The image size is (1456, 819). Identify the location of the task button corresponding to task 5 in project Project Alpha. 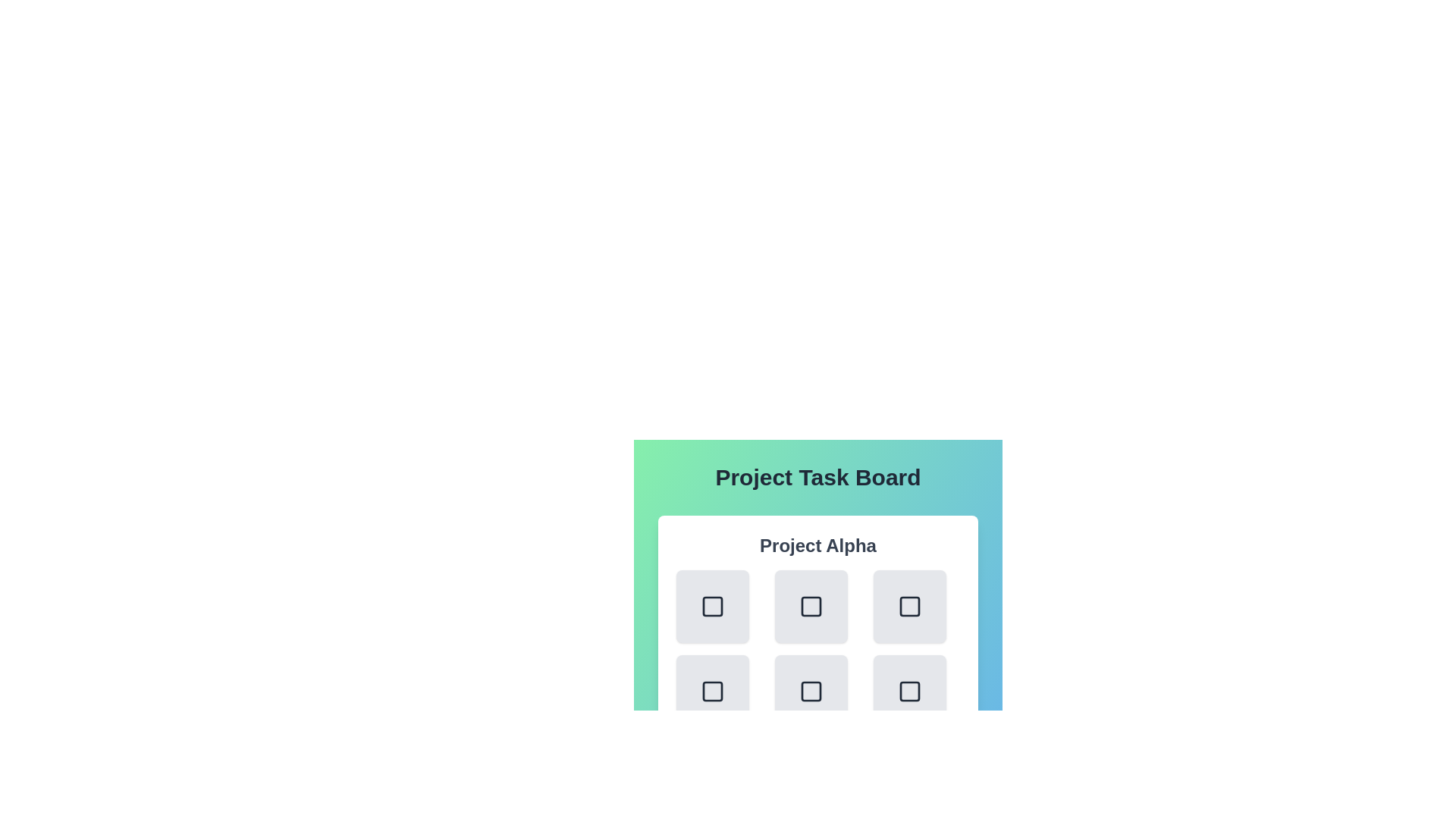
(910, 691).